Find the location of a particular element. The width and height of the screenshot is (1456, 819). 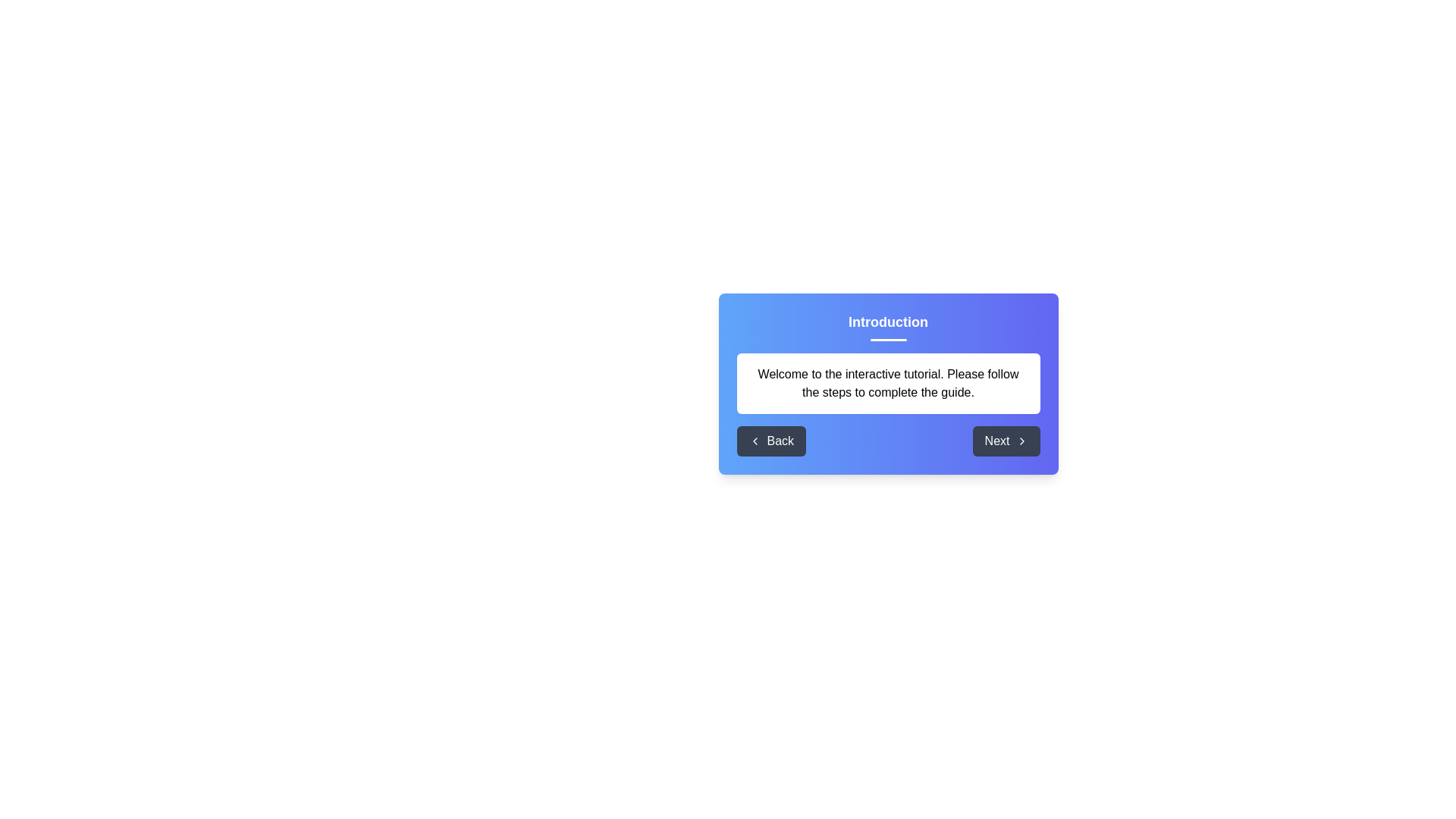

the Decorative Line element located underneath the 'Introduction' heading, which serves as a horizontal accent to separate the heading from the content is located at coordinates (888, 339).